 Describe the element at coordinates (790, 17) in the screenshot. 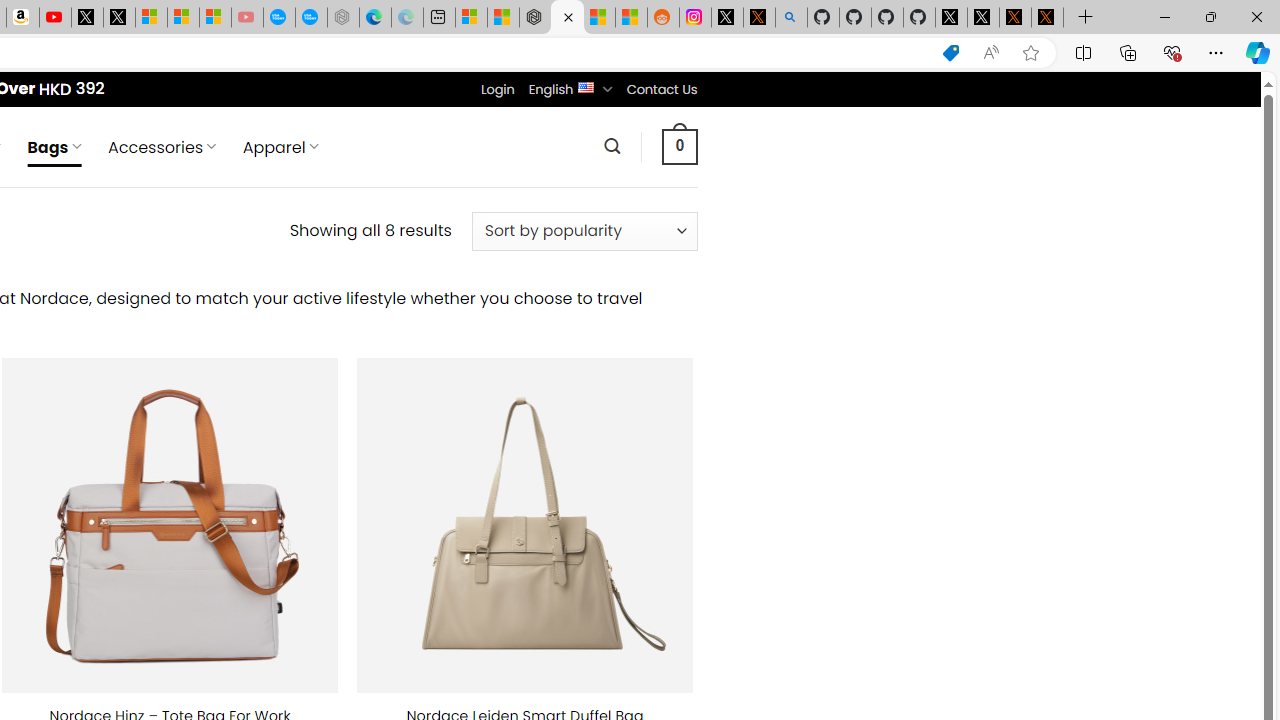

I see `'github - Search'` at that location.